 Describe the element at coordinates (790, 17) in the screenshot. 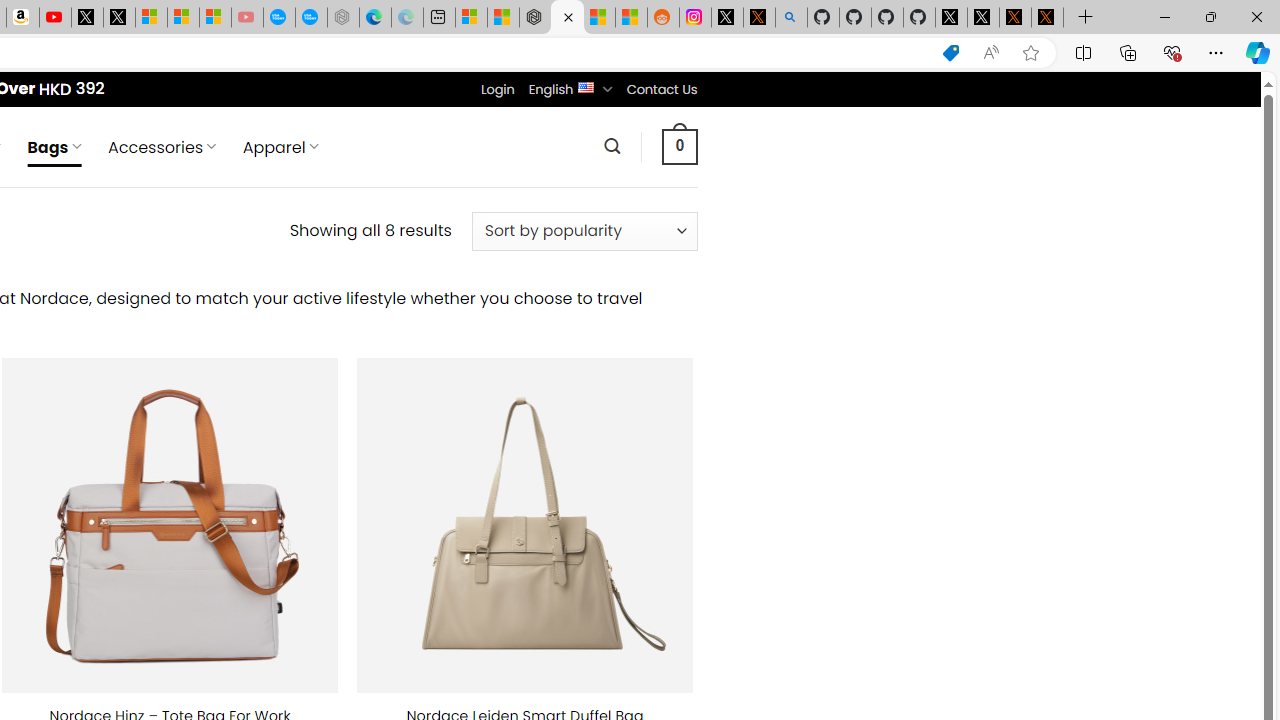

I see `'github - Search'` at that location.